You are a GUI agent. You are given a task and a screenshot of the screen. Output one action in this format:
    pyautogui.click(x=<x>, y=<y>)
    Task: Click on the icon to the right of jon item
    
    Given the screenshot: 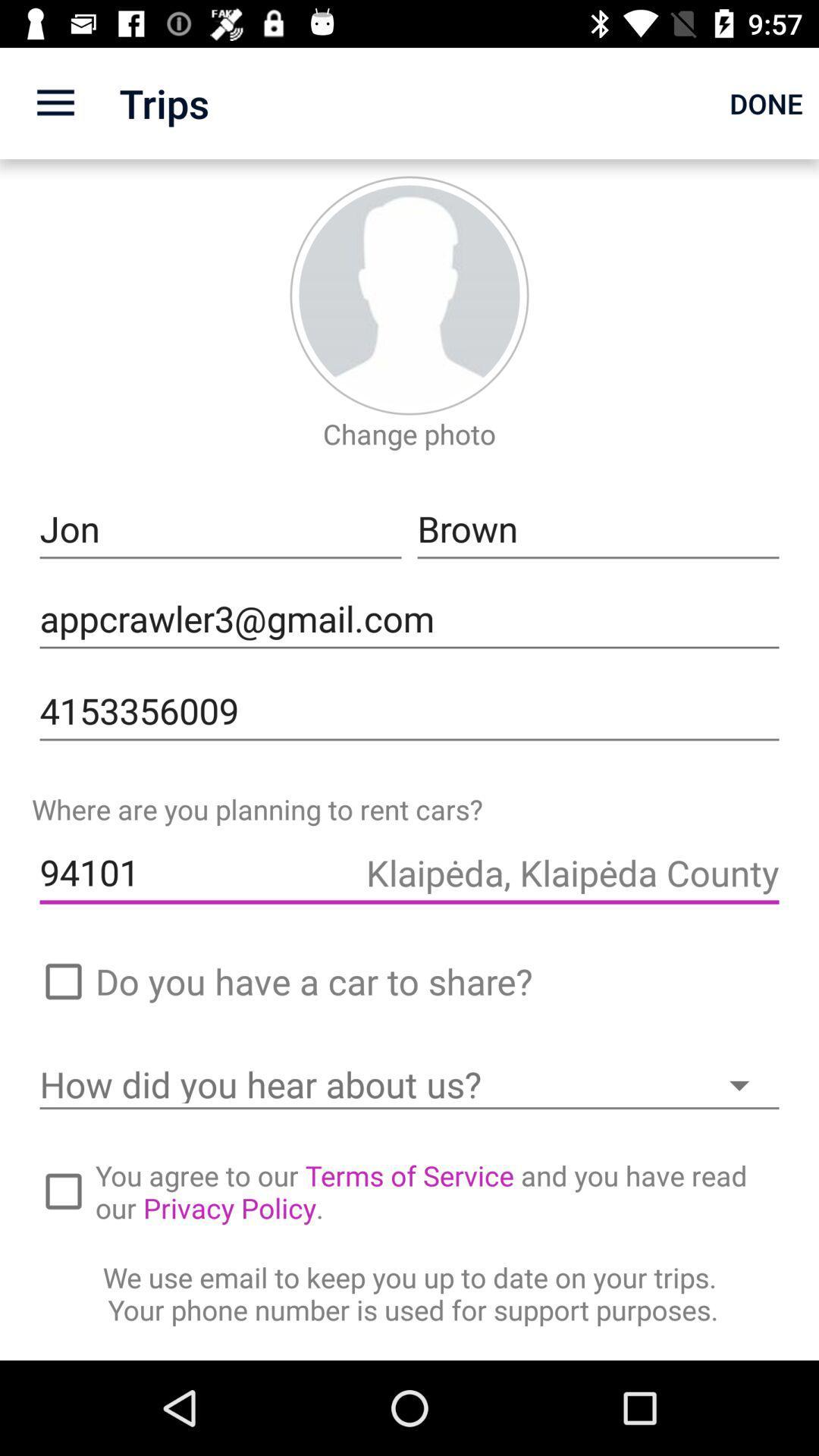 What is the action you would take?
    pyautogui.click(x=598, y=529)
    